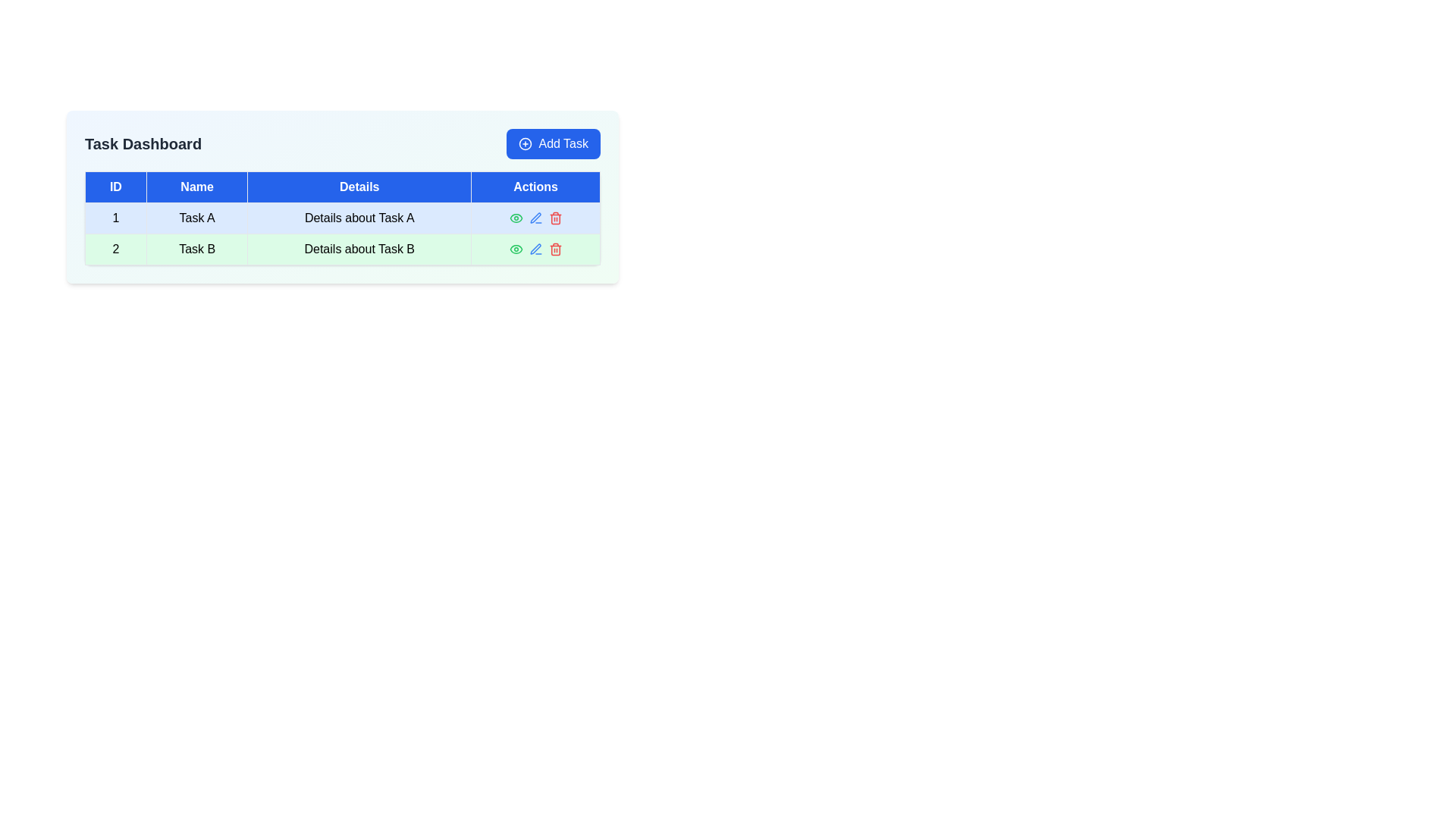  I want to click on the blue header row of the table containing the column titles 'ID', 'Name', 'Details', and 'Actions', so click(341, 186).